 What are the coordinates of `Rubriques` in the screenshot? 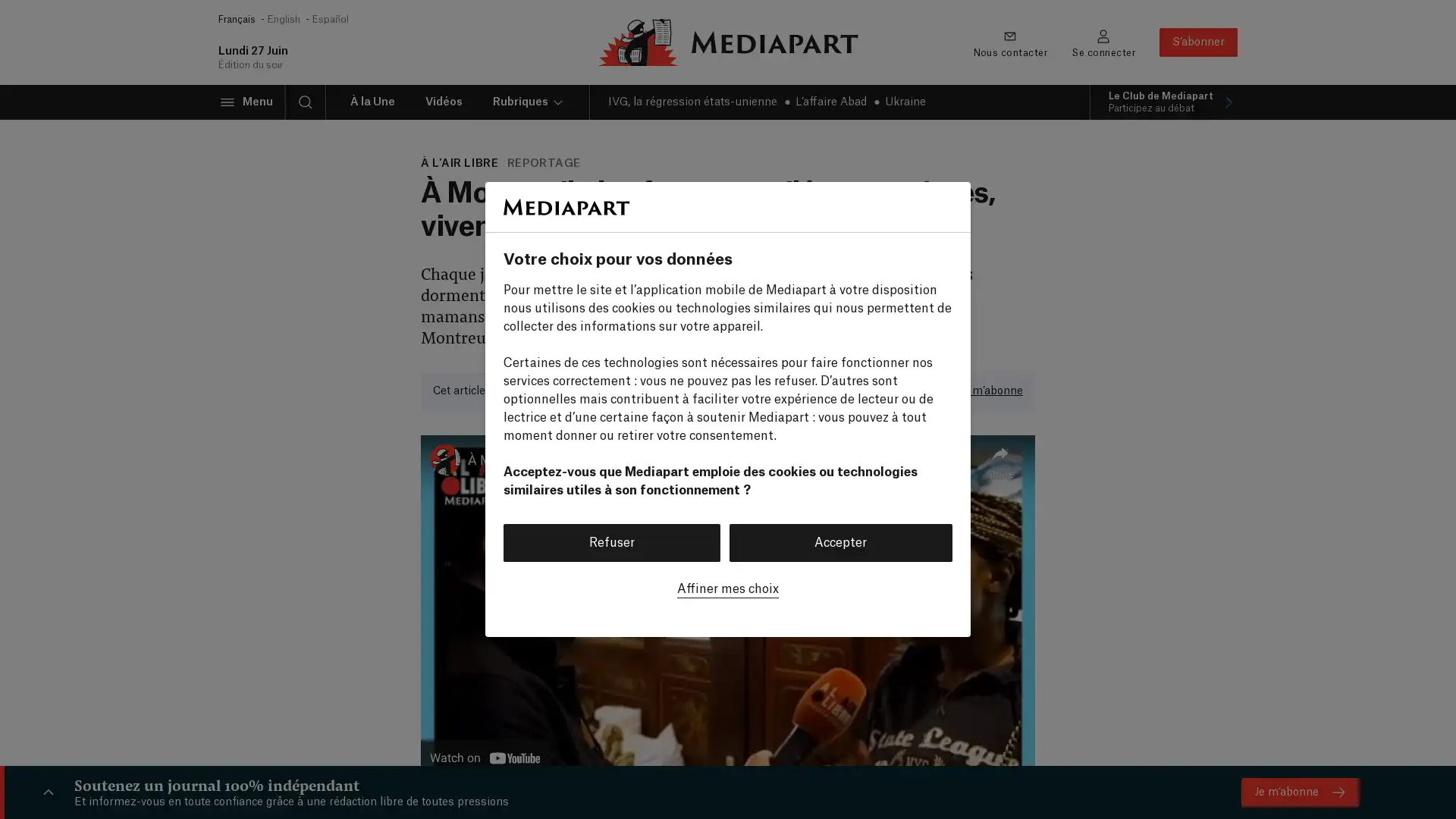 It's located at (528, 102).